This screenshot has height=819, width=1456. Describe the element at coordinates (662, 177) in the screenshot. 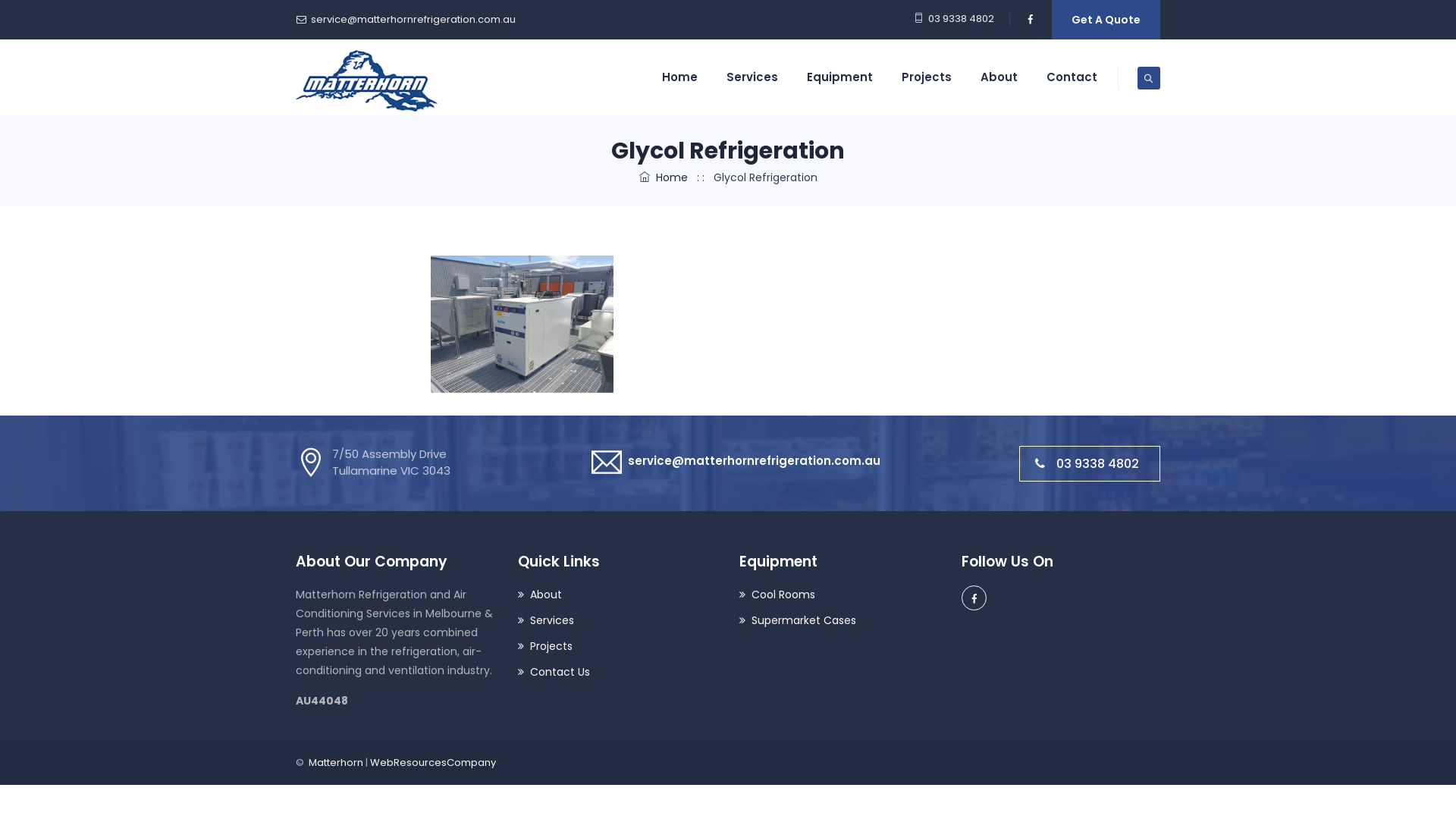

I see `'  Home'` at that location.